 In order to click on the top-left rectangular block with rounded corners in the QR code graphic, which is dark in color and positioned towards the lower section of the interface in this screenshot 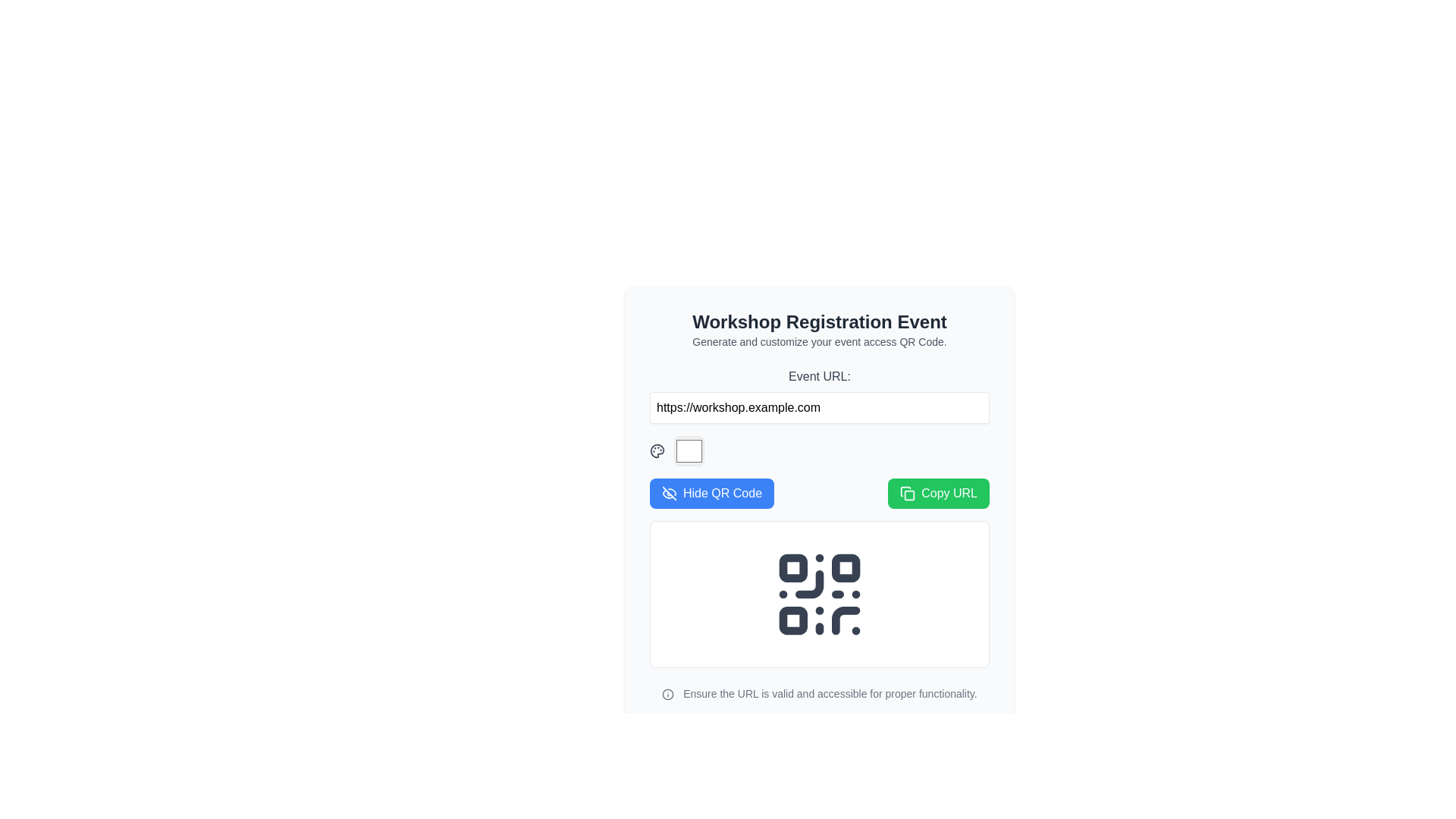, I will do `click(792, 568)`.